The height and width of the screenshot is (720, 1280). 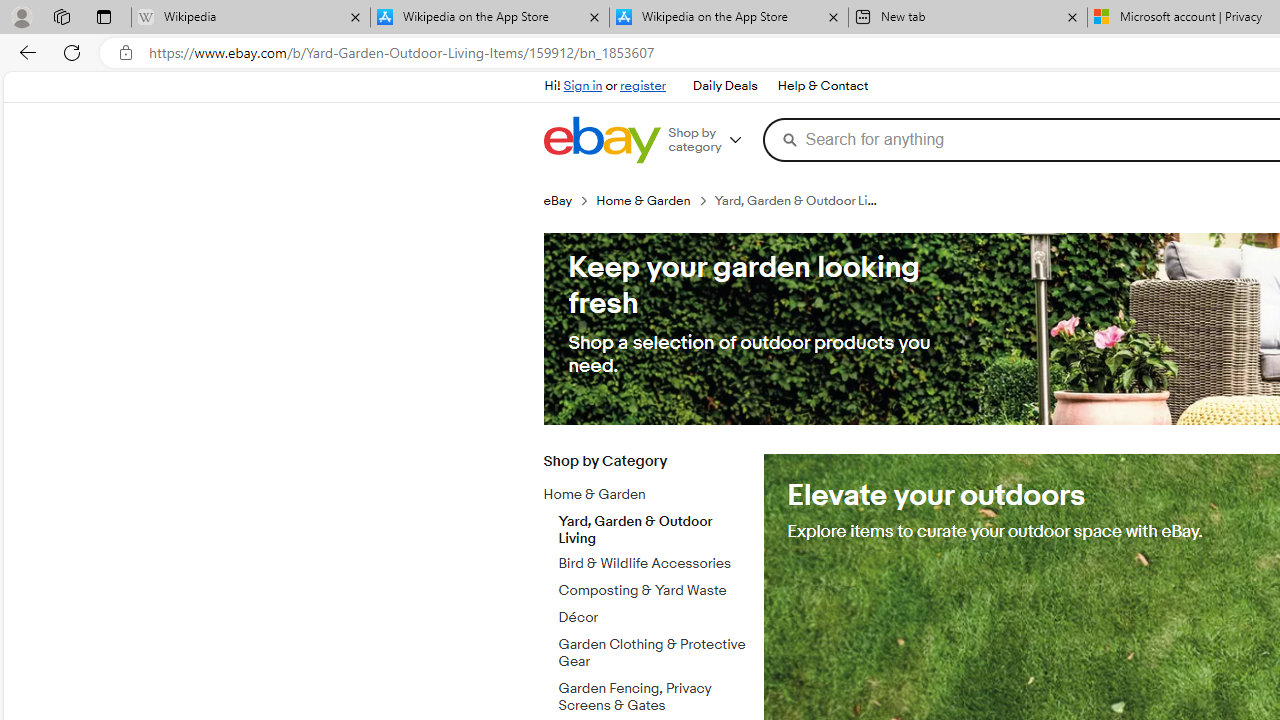 I want to click on 'eBay Home', so click(x=600, y=139).